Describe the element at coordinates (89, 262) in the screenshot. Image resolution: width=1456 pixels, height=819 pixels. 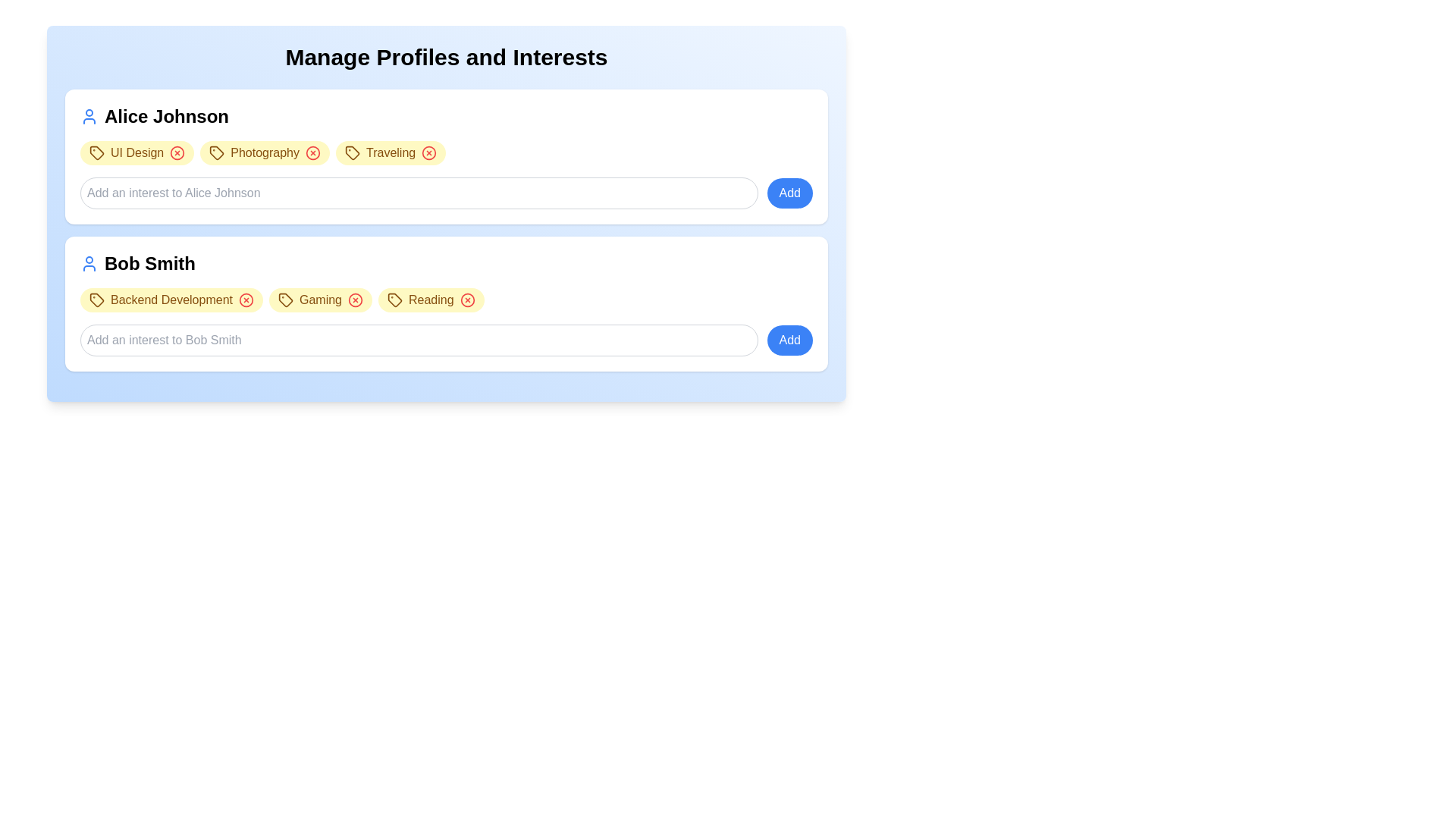
I see `the user profile icon represented by a blue outlined head-and-shoulders silhouette, located to the left of the text 'Bob Smith'` at that location.